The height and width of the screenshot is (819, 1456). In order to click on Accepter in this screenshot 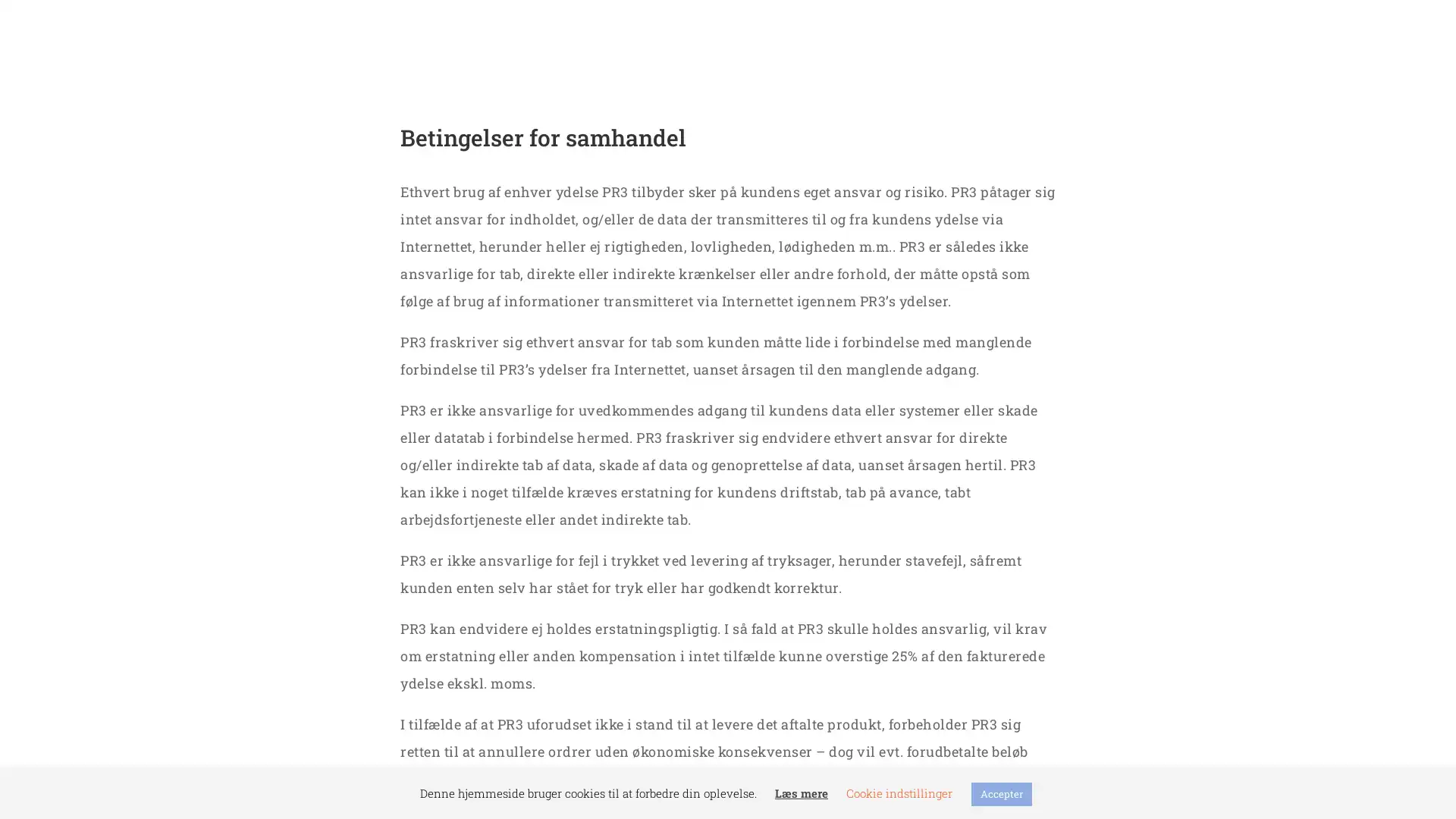, I will do `click(1001, 793)`.